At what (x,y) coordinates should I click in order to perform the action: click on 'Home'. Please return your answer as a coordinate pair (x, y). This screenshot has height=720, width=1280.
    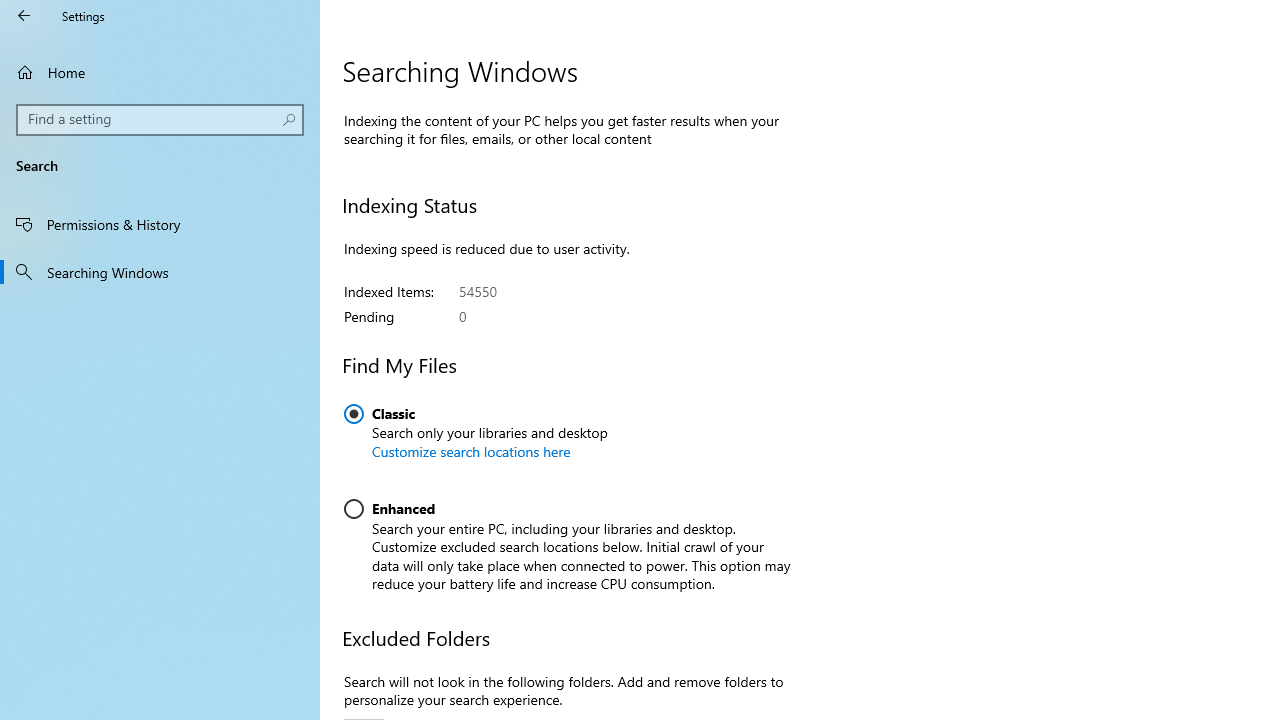
    Looking at the image, I should click on (160, 71).